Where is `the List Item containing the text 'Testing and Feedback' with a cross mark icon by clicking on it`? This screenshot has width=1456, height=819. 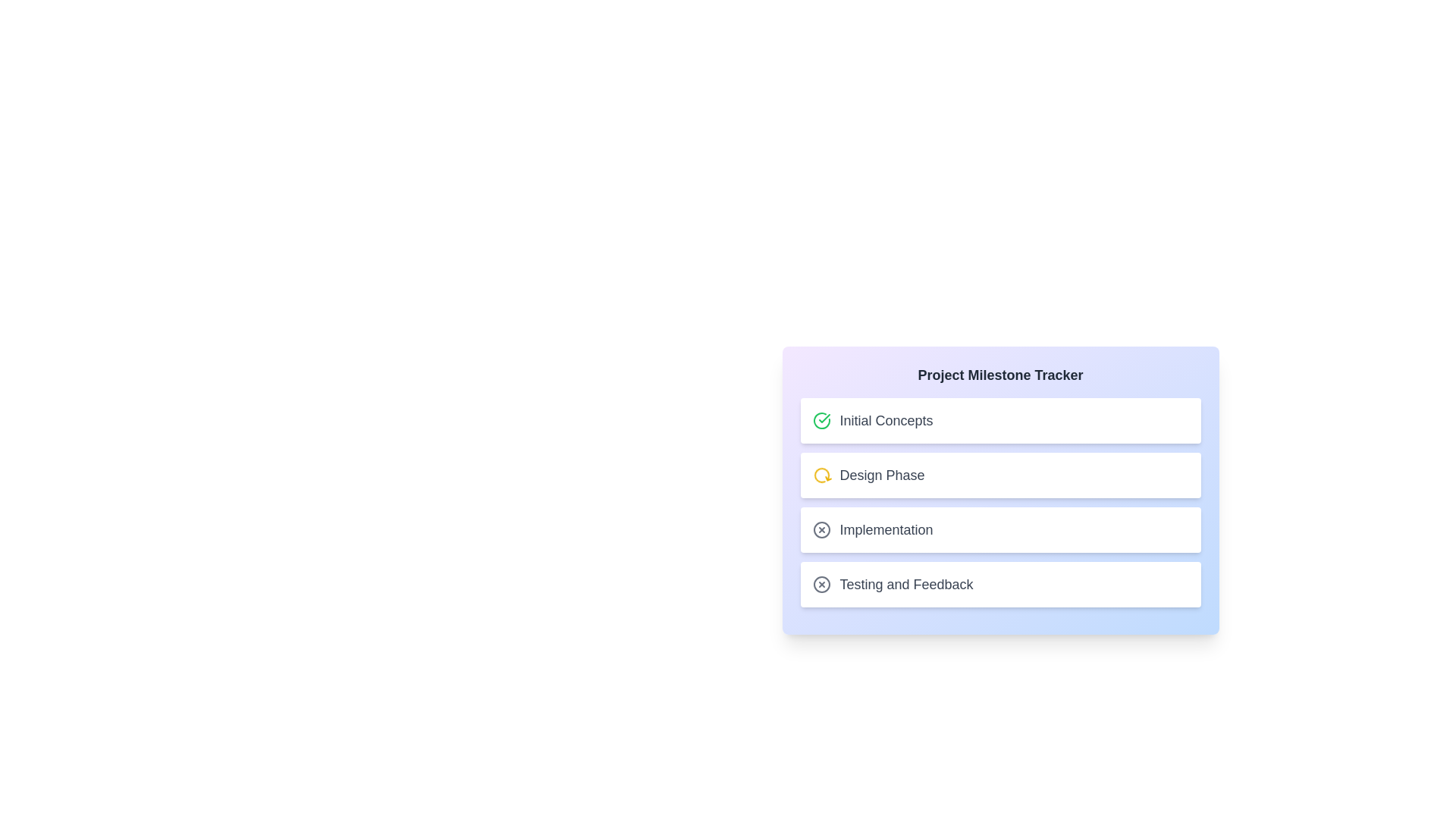
the List Item containing the text 'Testing and Feedback' with a cross mark icon by clicking on it is located at coordinates (1000, 584).